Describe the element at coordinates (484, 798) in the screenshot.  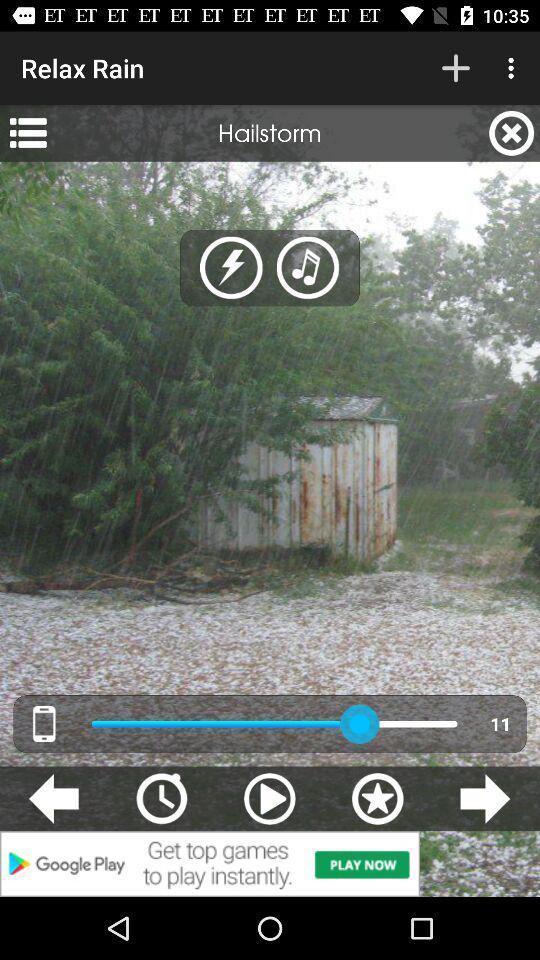
I see `the arrow_forward icon` at that location.